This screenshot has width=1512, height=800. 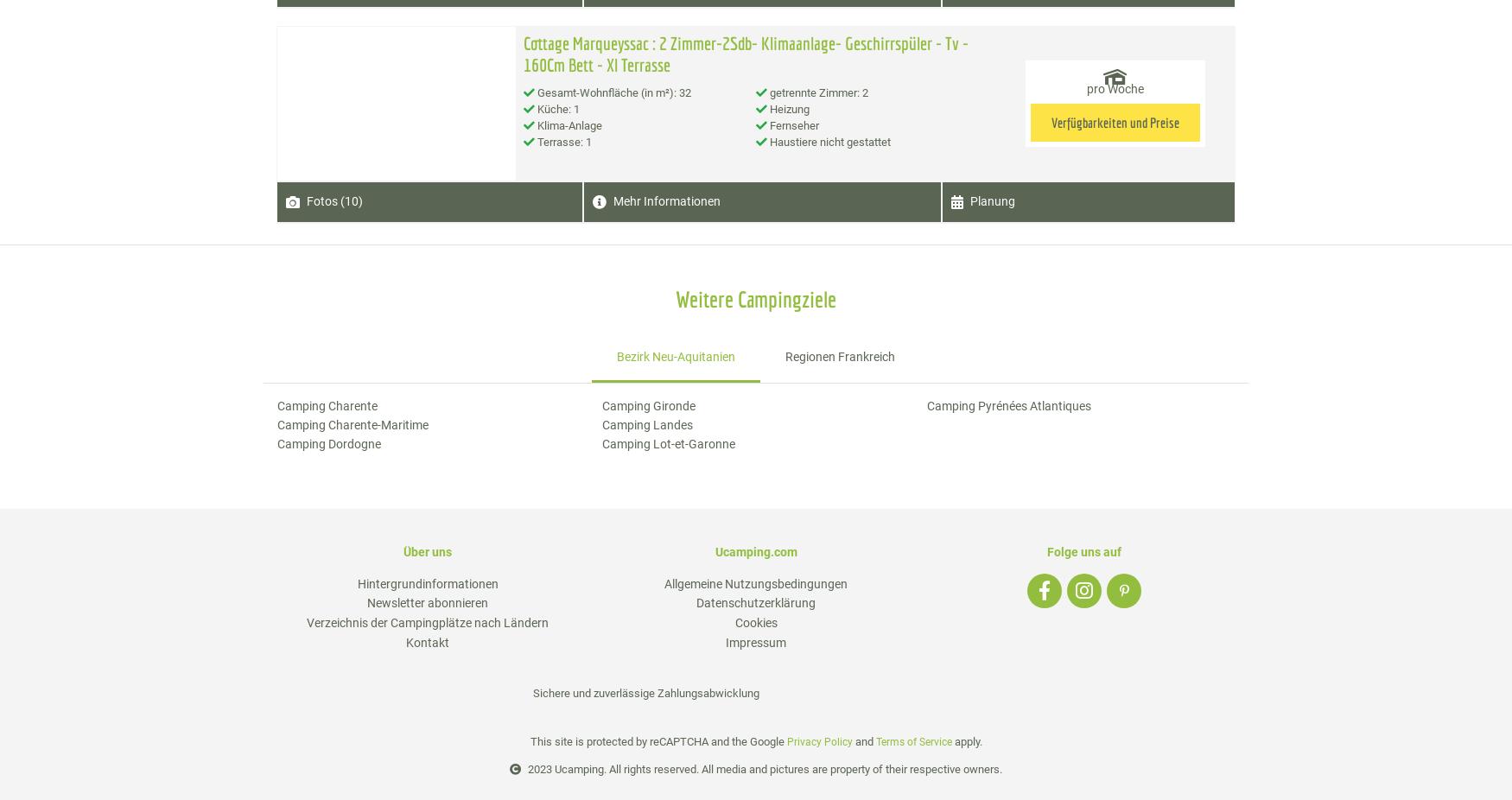 What do you see at coordinates (1114, 87) in the screenshot?
I see `'pro Woche'` at bounding box center [1114, 87].